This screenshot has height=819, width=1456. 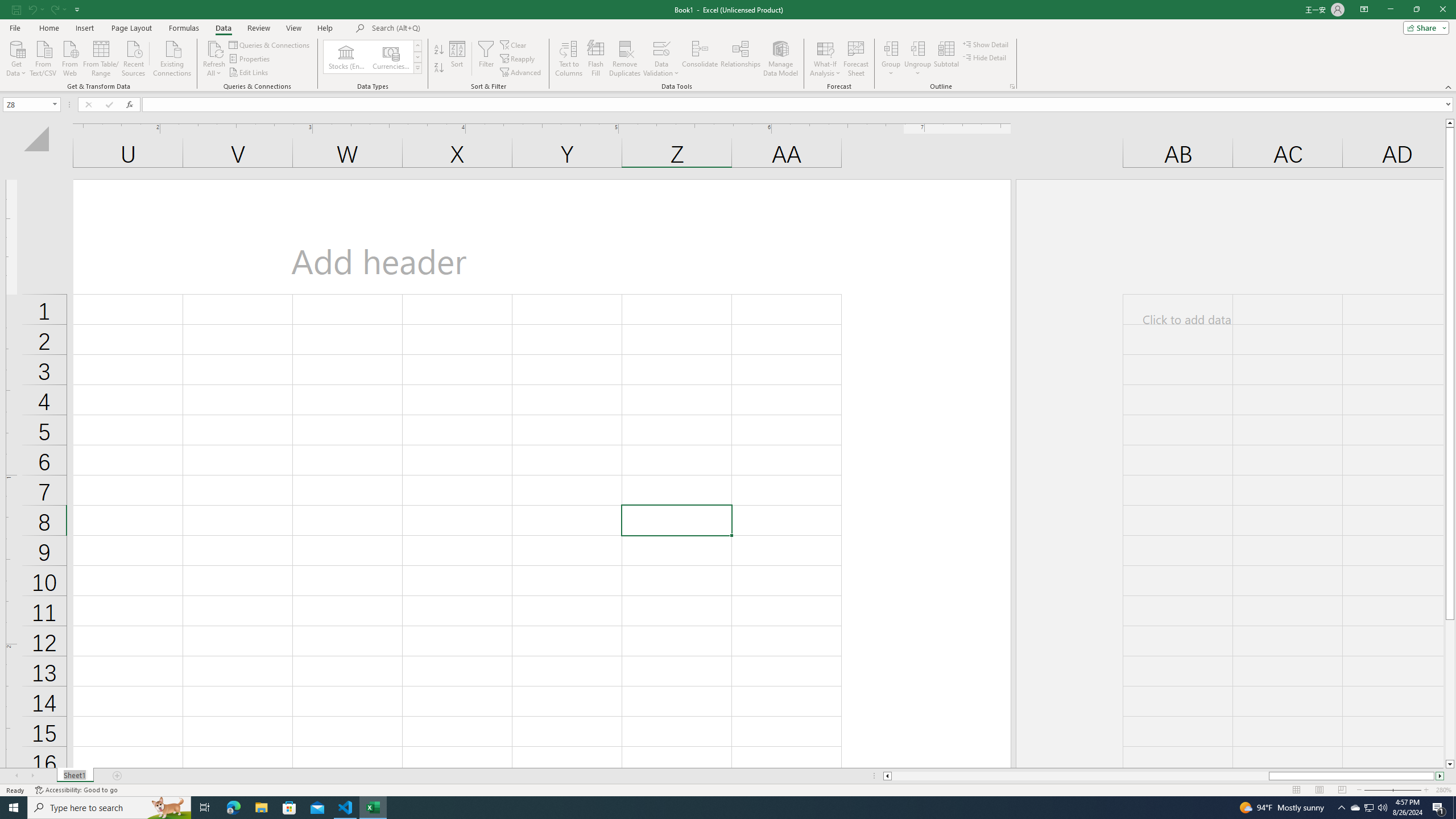 What do you see at coordinates (1442, 9) in the screenshot?
I see `'Close'` at bounding box center [1442, 9].